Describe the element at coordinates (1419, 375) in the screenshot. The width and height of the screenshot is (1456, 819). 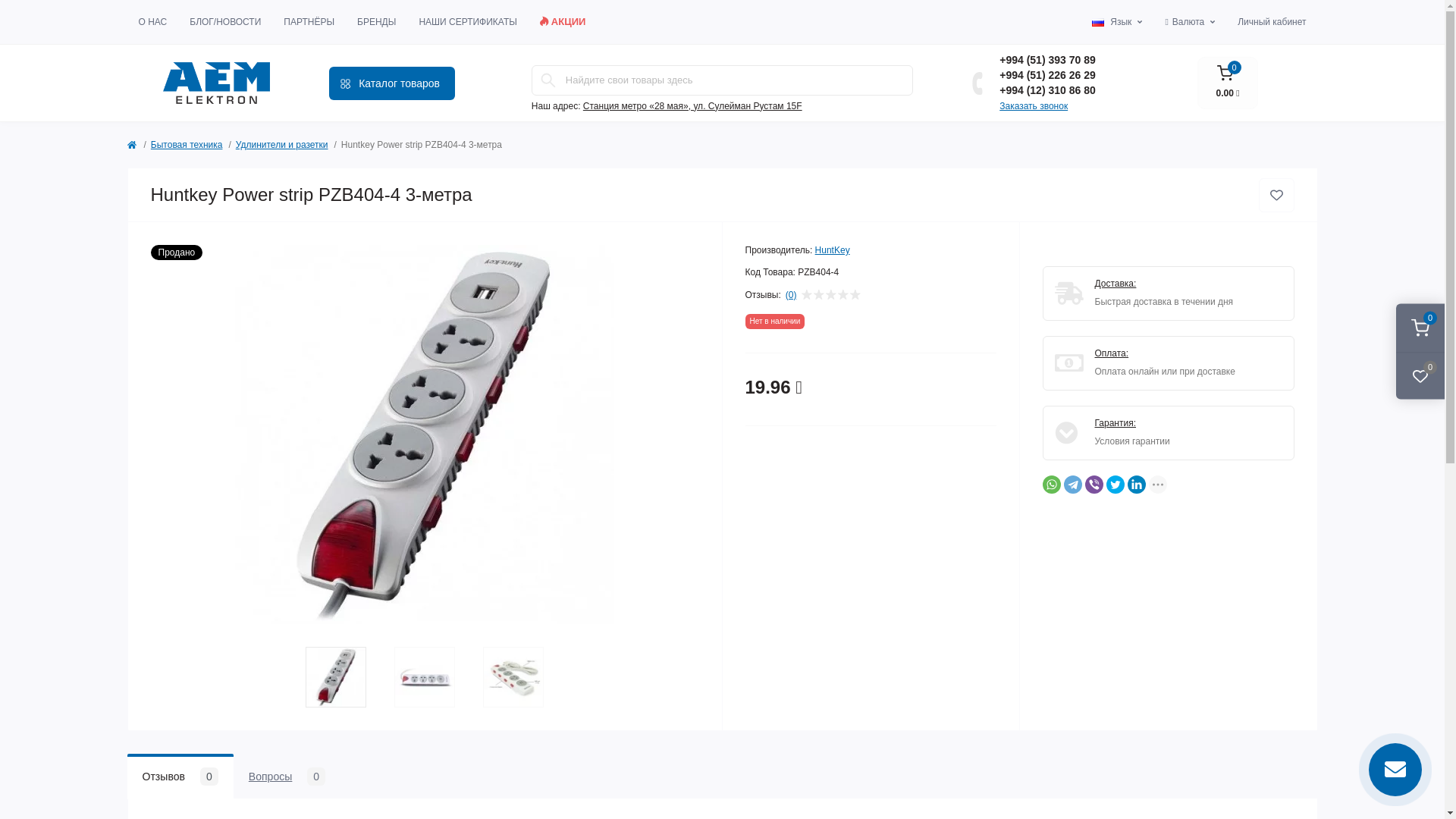
I see `'0'` at that location.